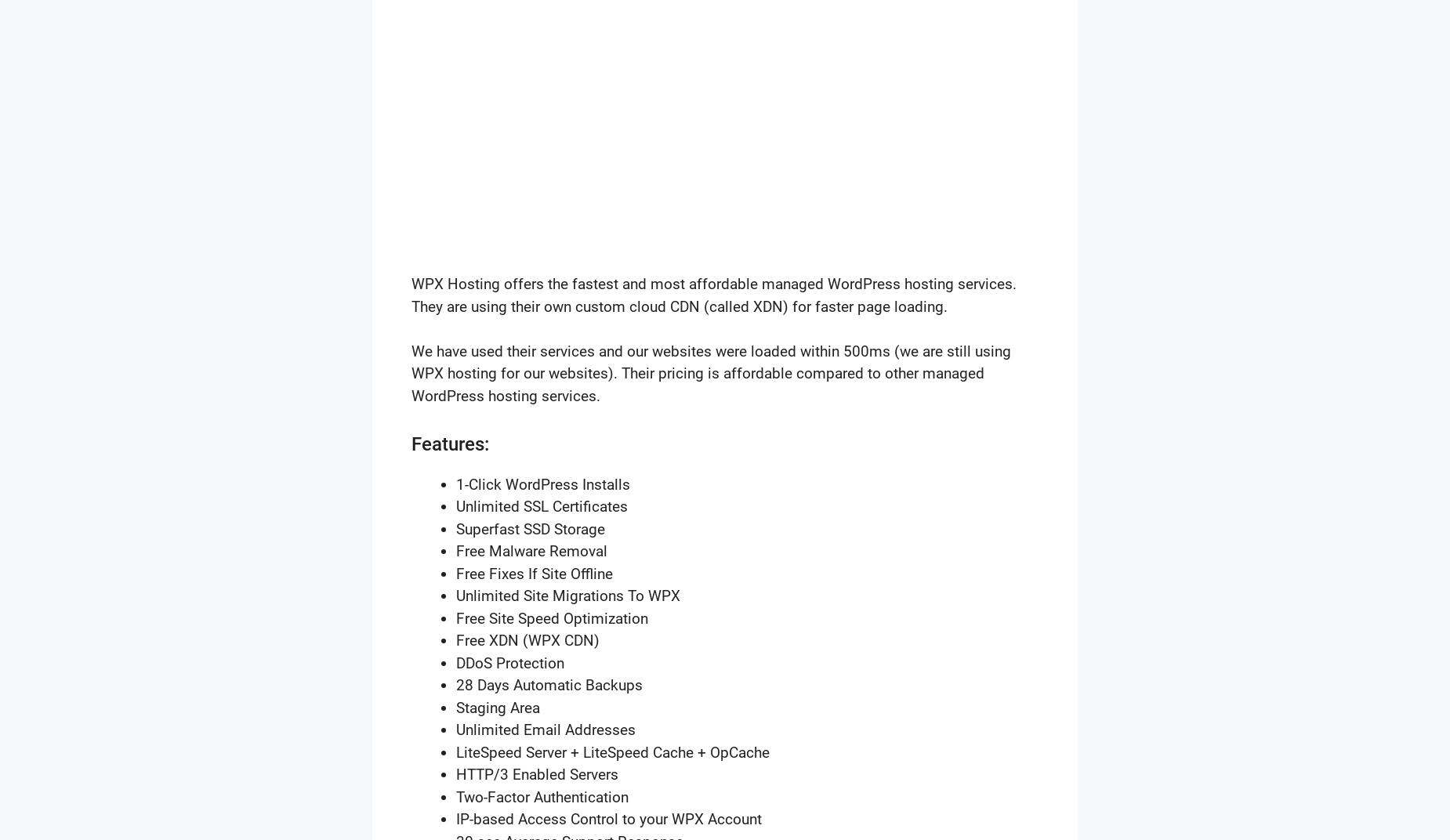 This screenshot has width=1450, height=840. What do you see at coordinates (530, 527) in the screenshot?
I see `'Superfast SSD Storage'` at bounding box center [530, 527].